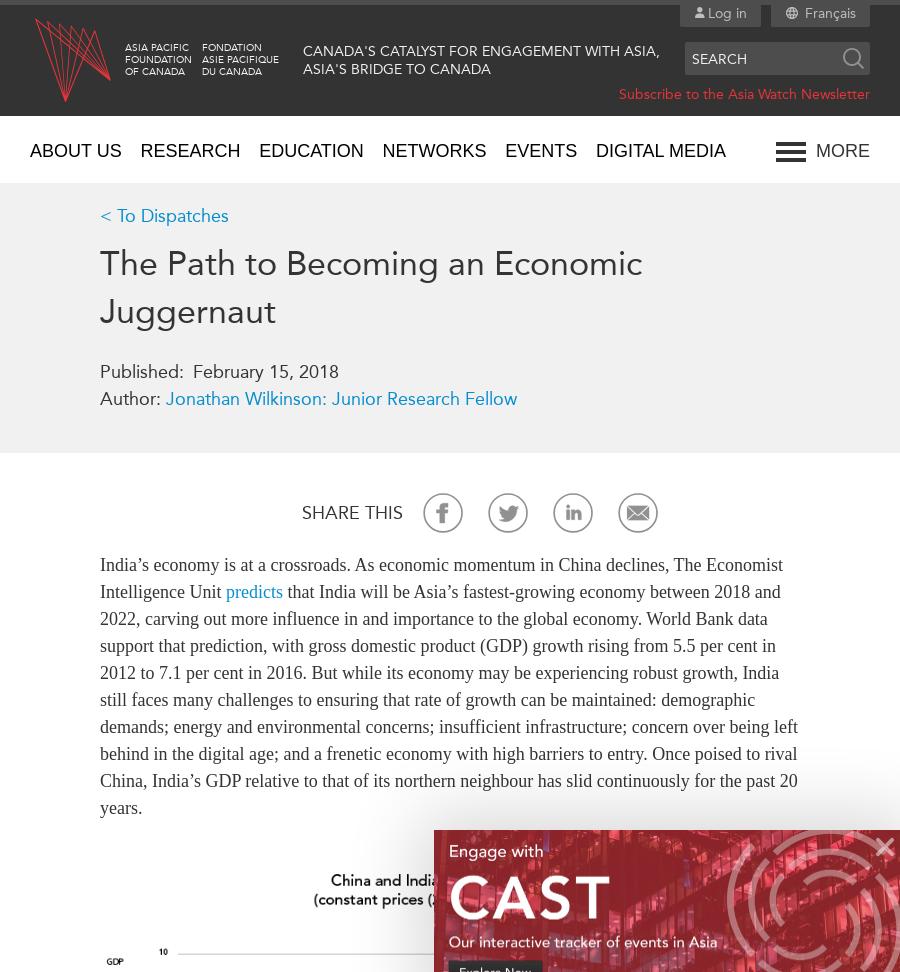 The height and width of the screenshot is (972, 900). What do you see at coordinates (480, 50) in the screenshot?
I see `'Canada's Catalyst for Engagement with Asia,'` at bounding box center [480, 50].